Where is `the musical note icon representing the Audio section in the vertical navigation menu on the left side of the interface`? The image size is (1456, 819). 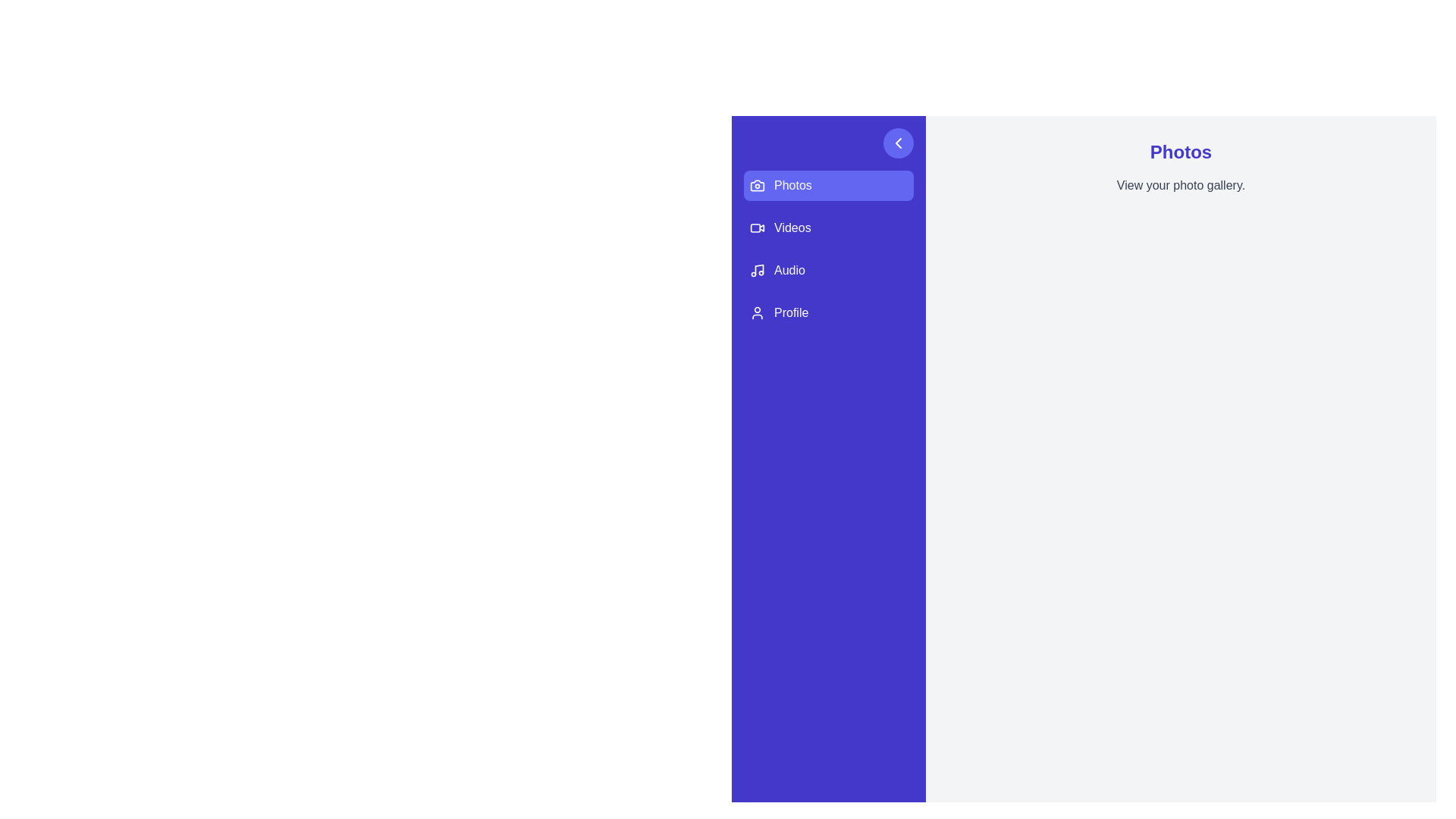 the musical note icon representing the Audio section in the vertical navigation menu on the left side of the interface is located at coordinates (759, 268).